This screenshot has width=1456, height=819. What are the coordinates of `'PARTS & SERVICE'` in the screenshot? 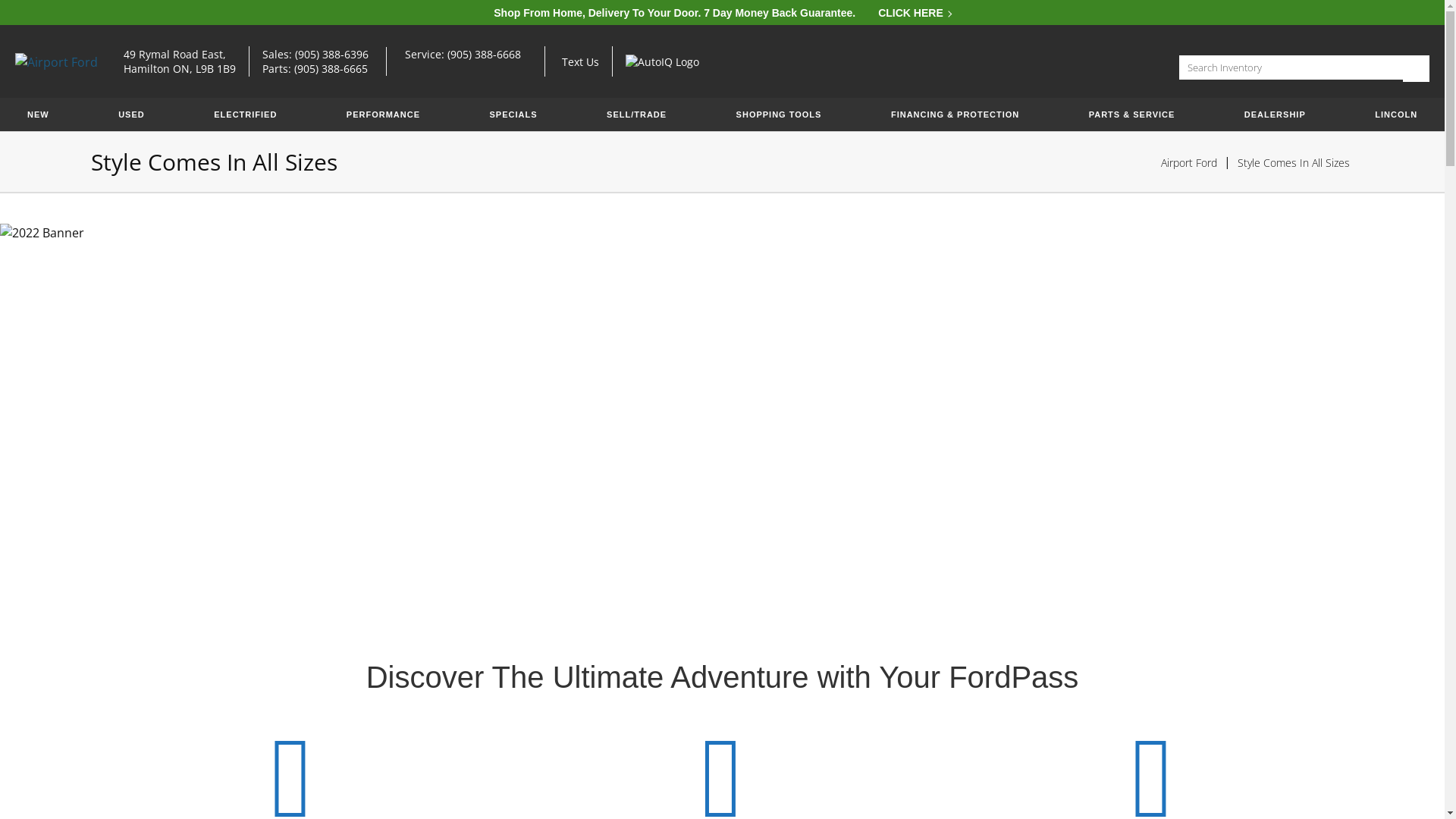 It's located at (1131, 114).